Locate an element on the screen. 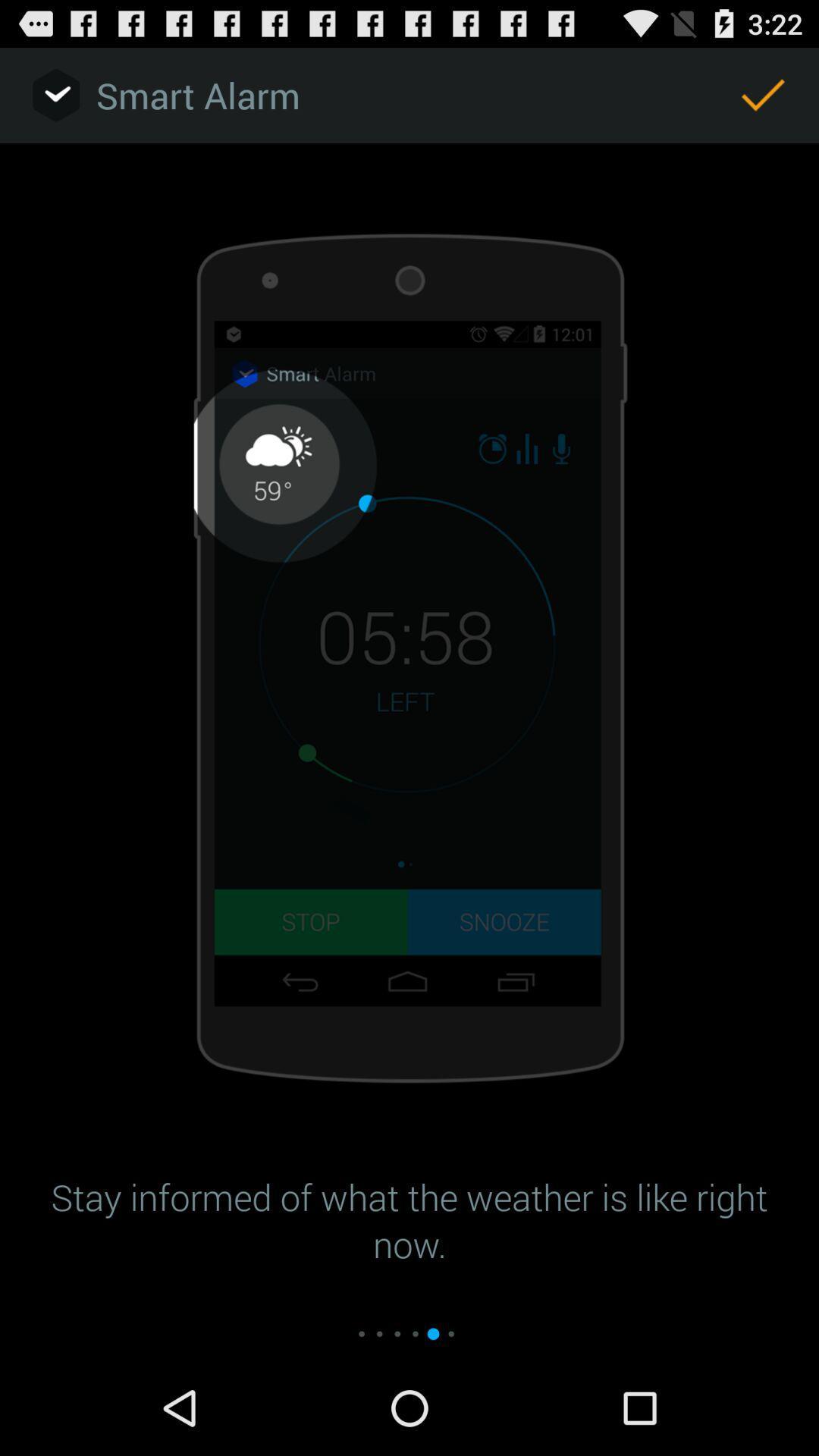  item next to smart alarm app is located at coordinates (763, 94).